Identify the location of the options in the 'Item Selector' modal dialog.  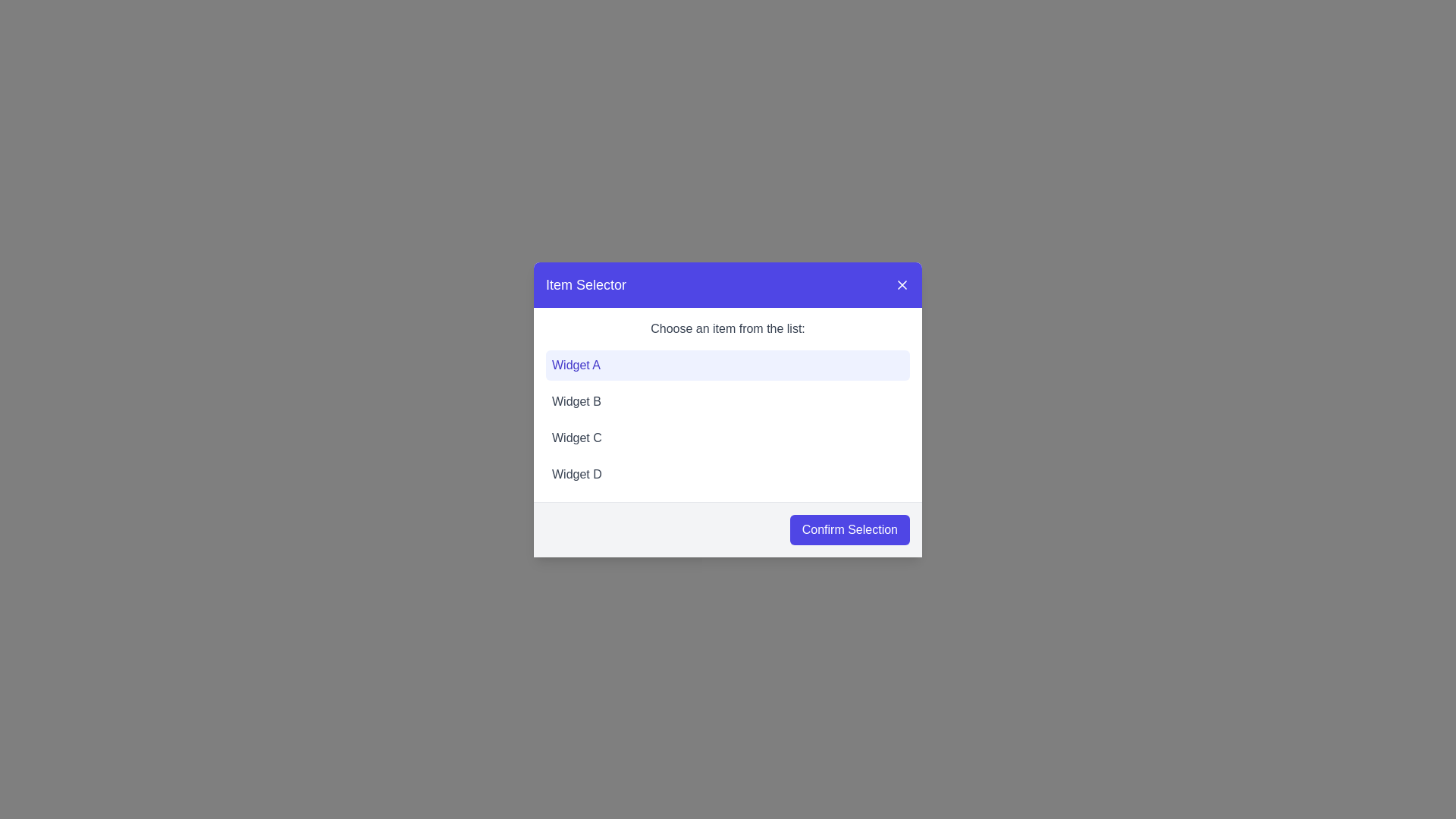
(728, 409).